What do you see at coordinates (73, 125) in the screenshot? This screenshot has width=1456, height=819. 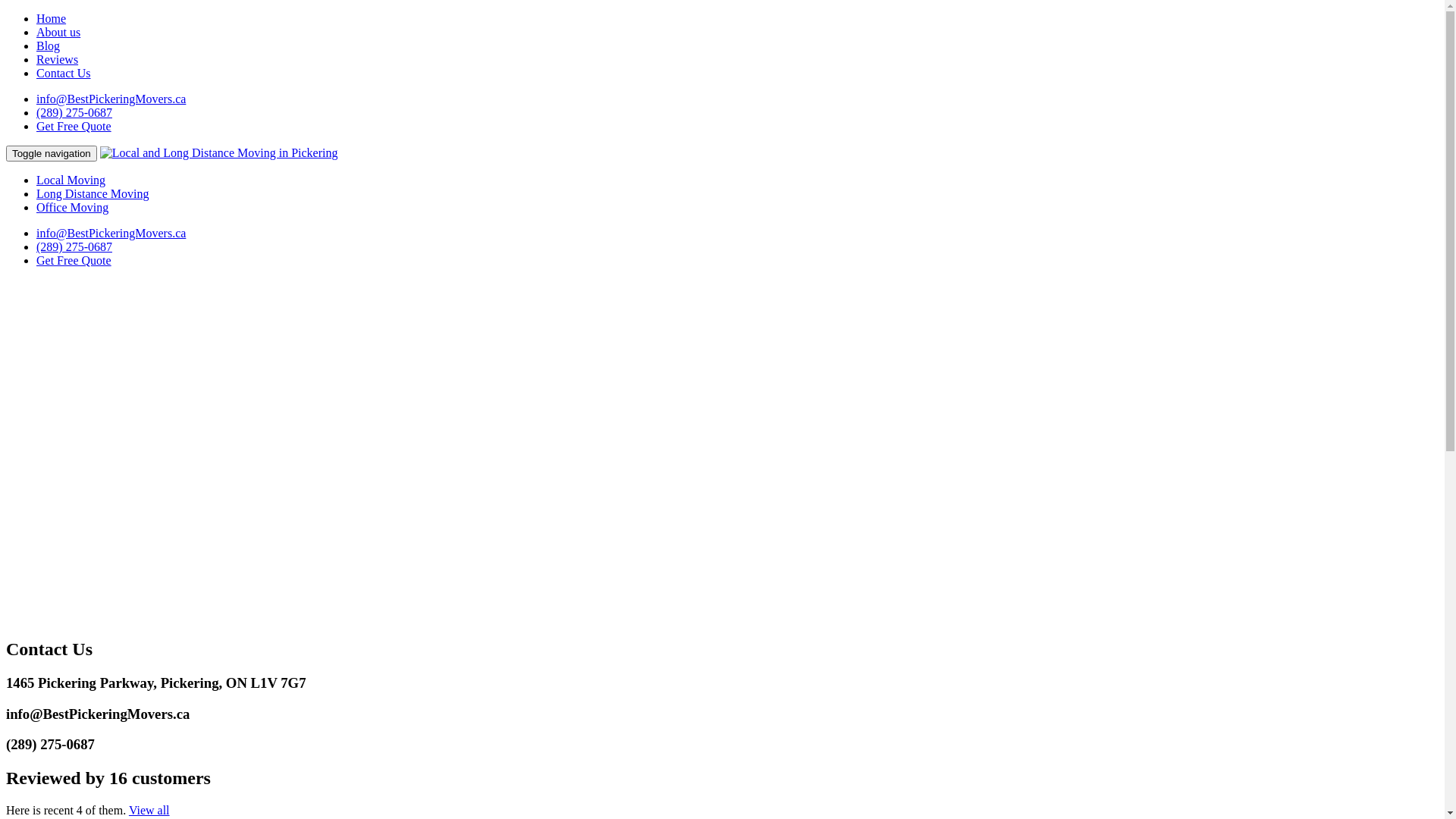 I see `'Get Free Quote'` at bounding box center [73, 125].